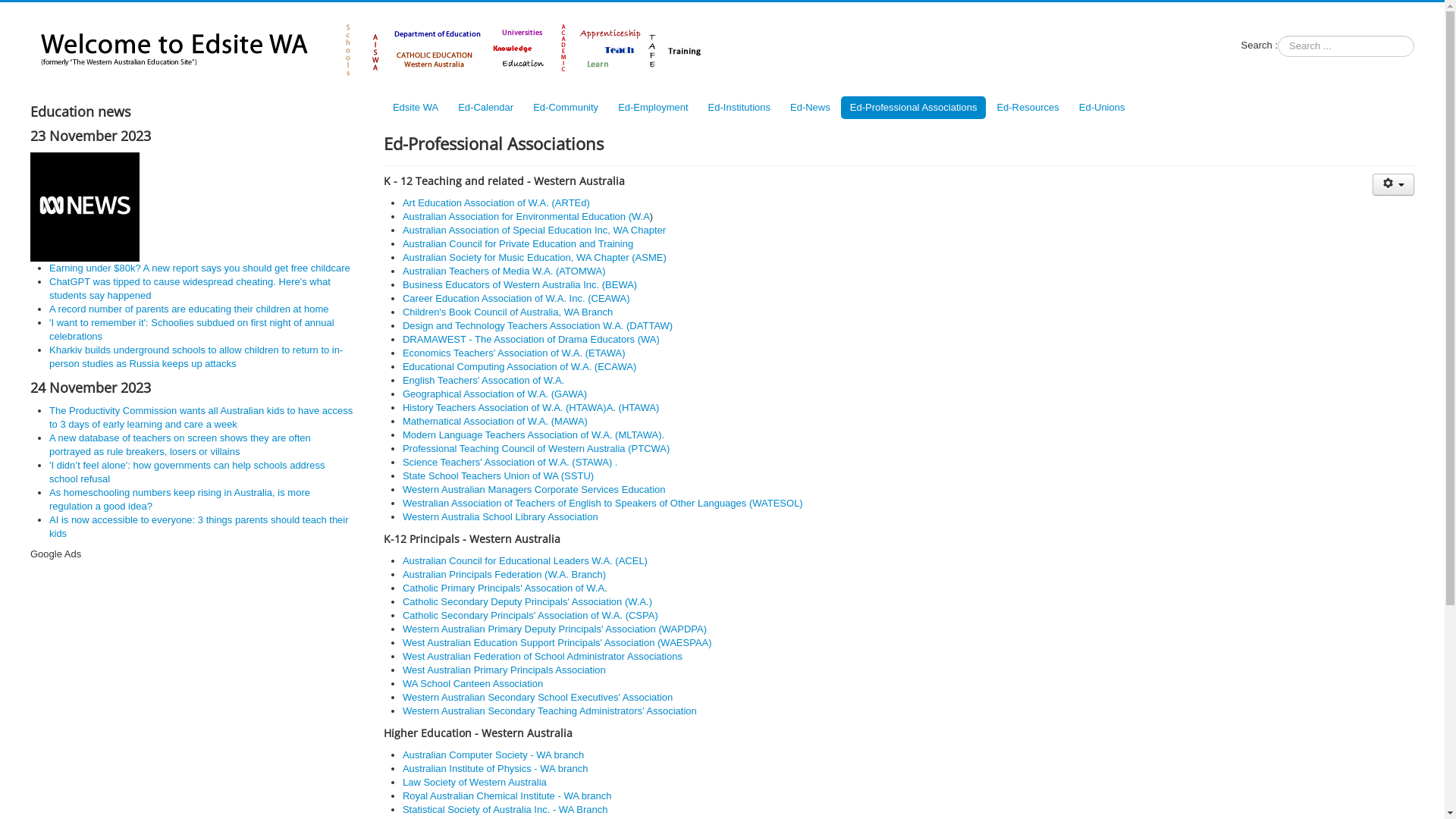 The image size is (1456, 819). I want to click on 'Catholic Secondary Deputy Principals' Association (W.A.)', so click(527, 601).